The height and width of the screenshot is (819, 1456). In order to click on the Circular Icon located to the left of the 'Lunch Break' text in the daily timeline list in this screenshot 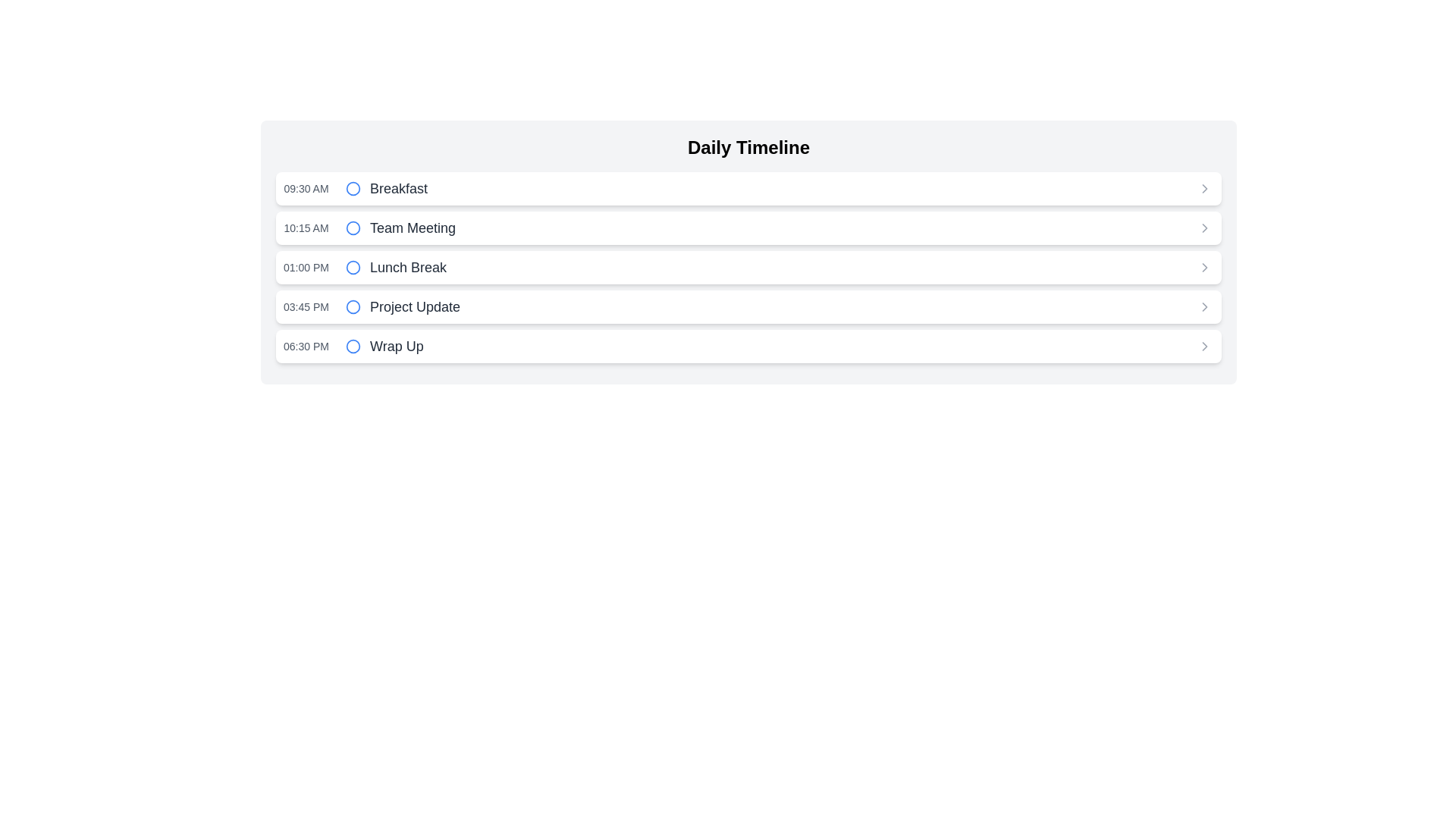, I will do `click(352, 267)`.